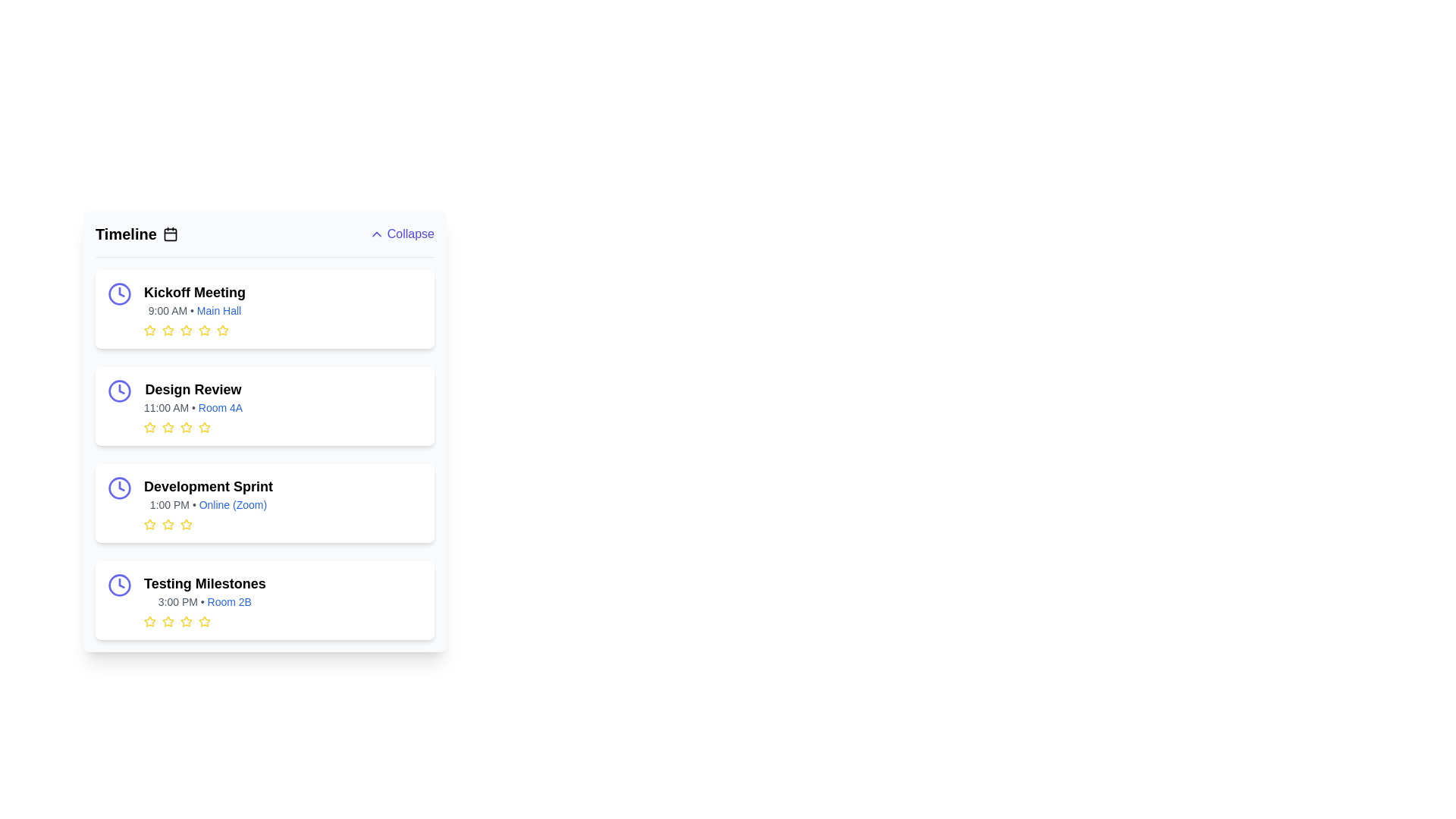  Describe the element at coordinates (193, 406) in the screenshot. I see `the Text block that provides details about a scheduled event, located in the second entry of the vertical list in the 'Timeline' section, positioned between 'Kickoff Meeting' and 'Development Sprint'` at that location.